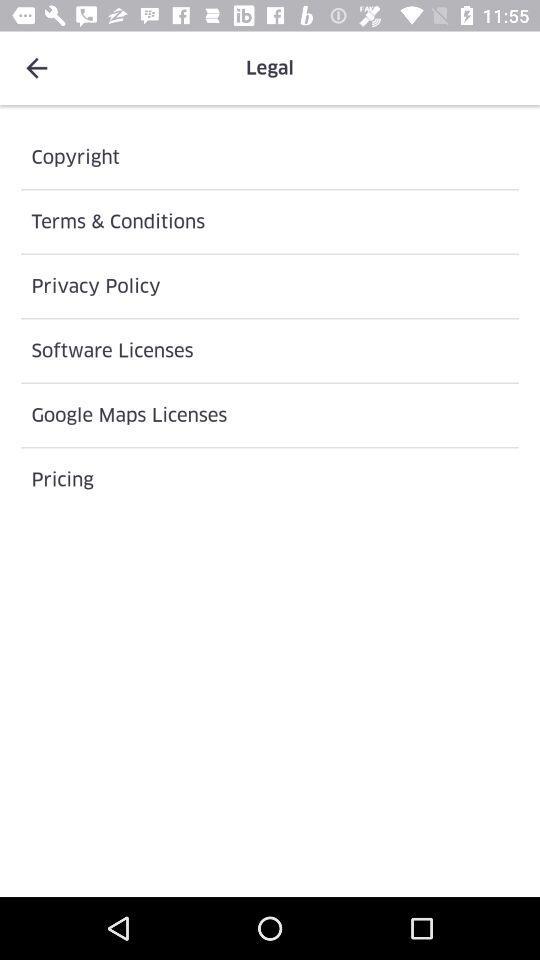 Image resolution: width=540 pixels, height=960 pixels. What do you see at coordinates (270, 480) in the screenshot?
I see `icon below the google maps licenses` at bounding box center [270, 480].